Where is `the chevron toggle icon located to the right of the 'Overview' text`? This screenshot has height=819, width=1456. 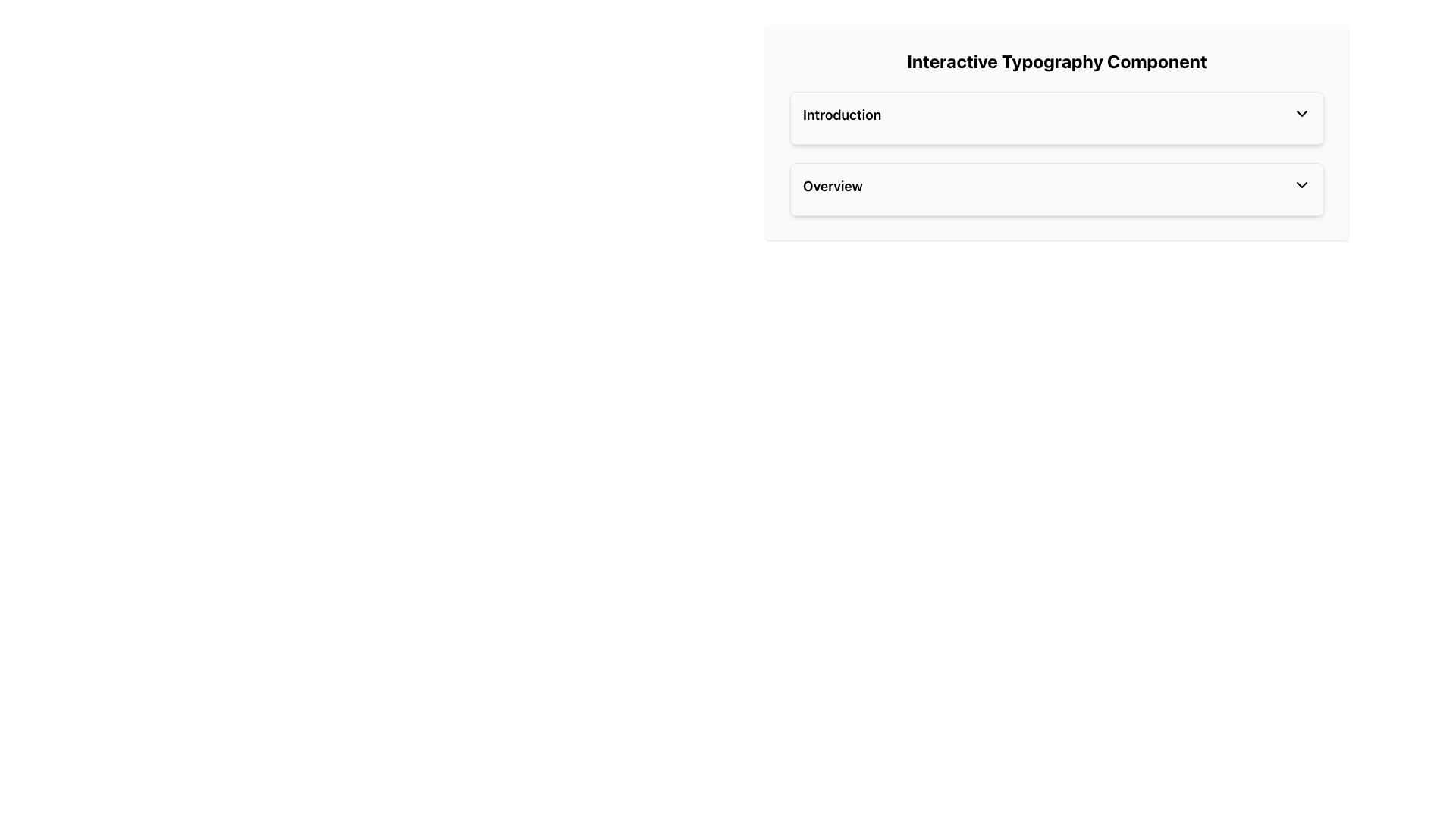
the chevron toggle icon located to the right of the 'Overview' text is located at coordinates (1301, 184).